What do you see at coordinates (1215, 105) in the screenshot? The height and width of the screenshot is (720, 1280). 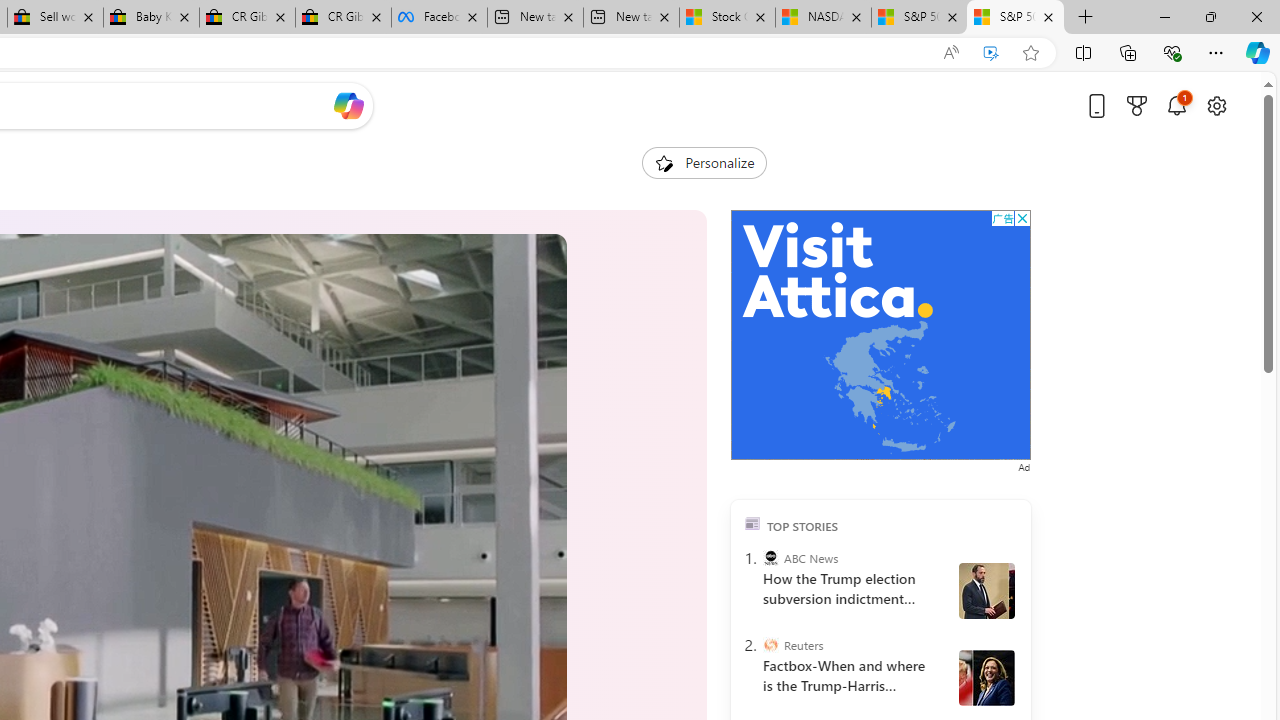 I see `'Open settings'` at bounding box center [1215, 105].